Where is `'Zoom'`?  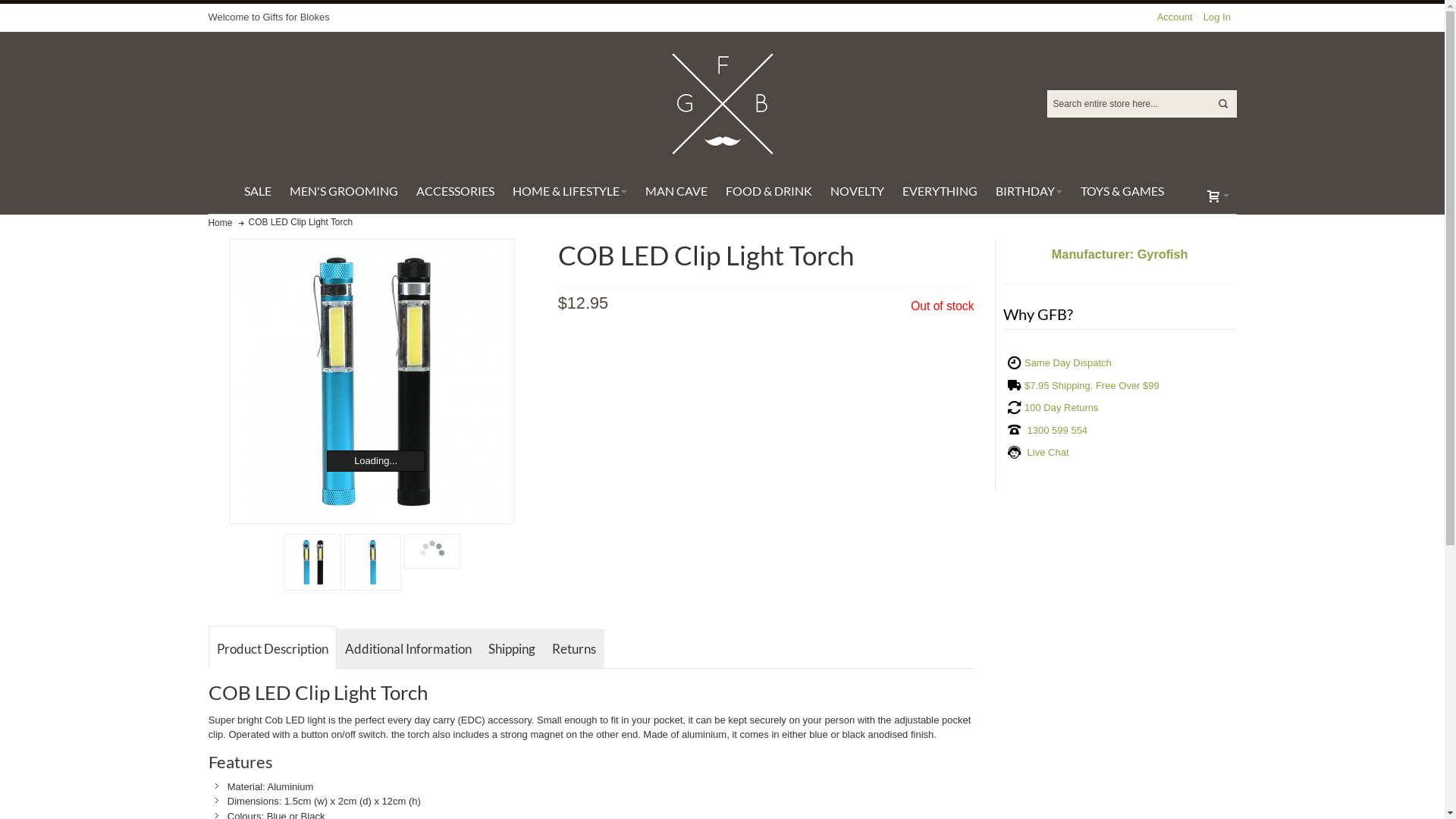 'Zoom' is located at coordinates (372, 380).